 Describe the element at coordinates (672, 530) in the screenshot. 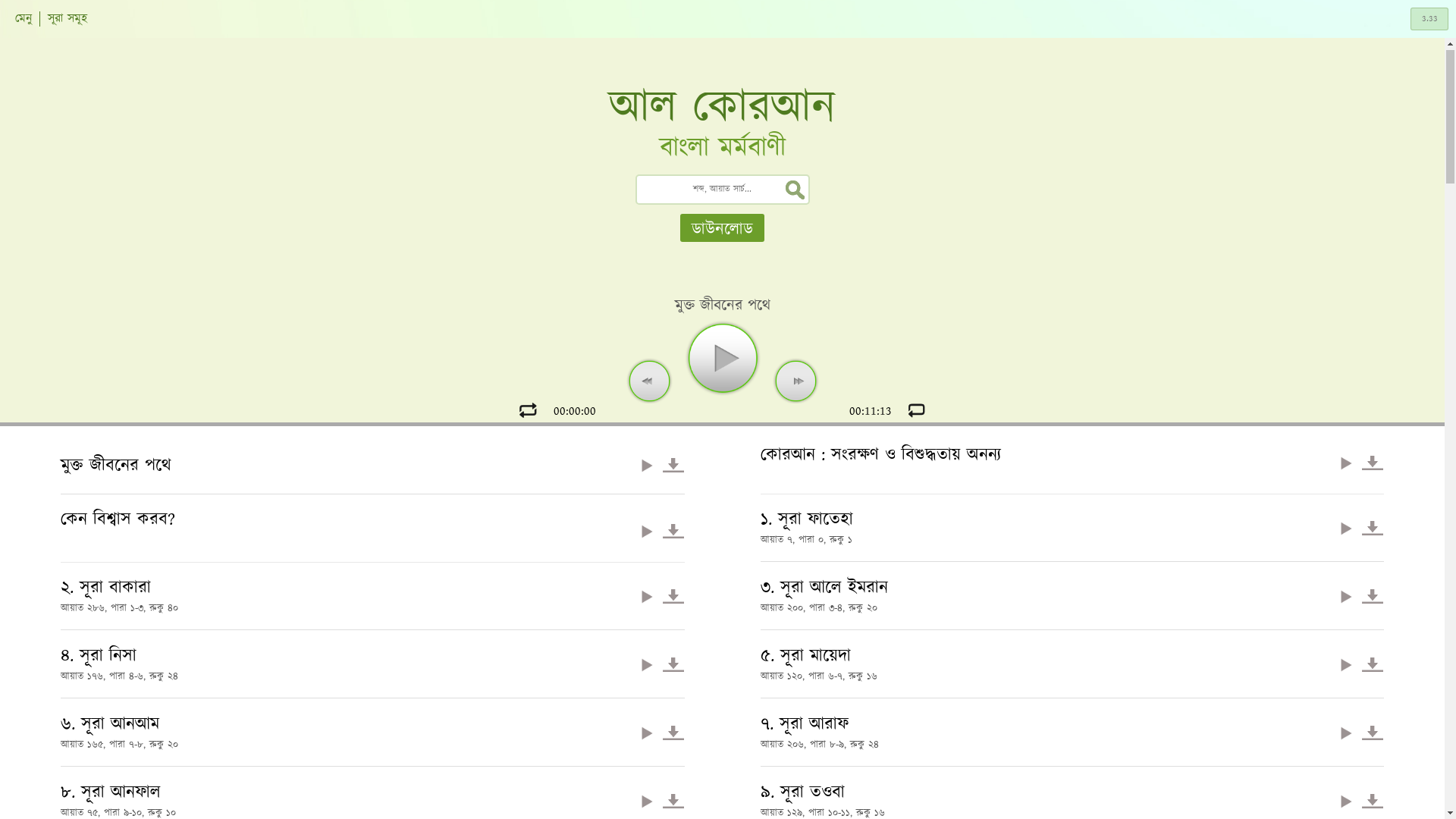

I see `'Download'` at that location.